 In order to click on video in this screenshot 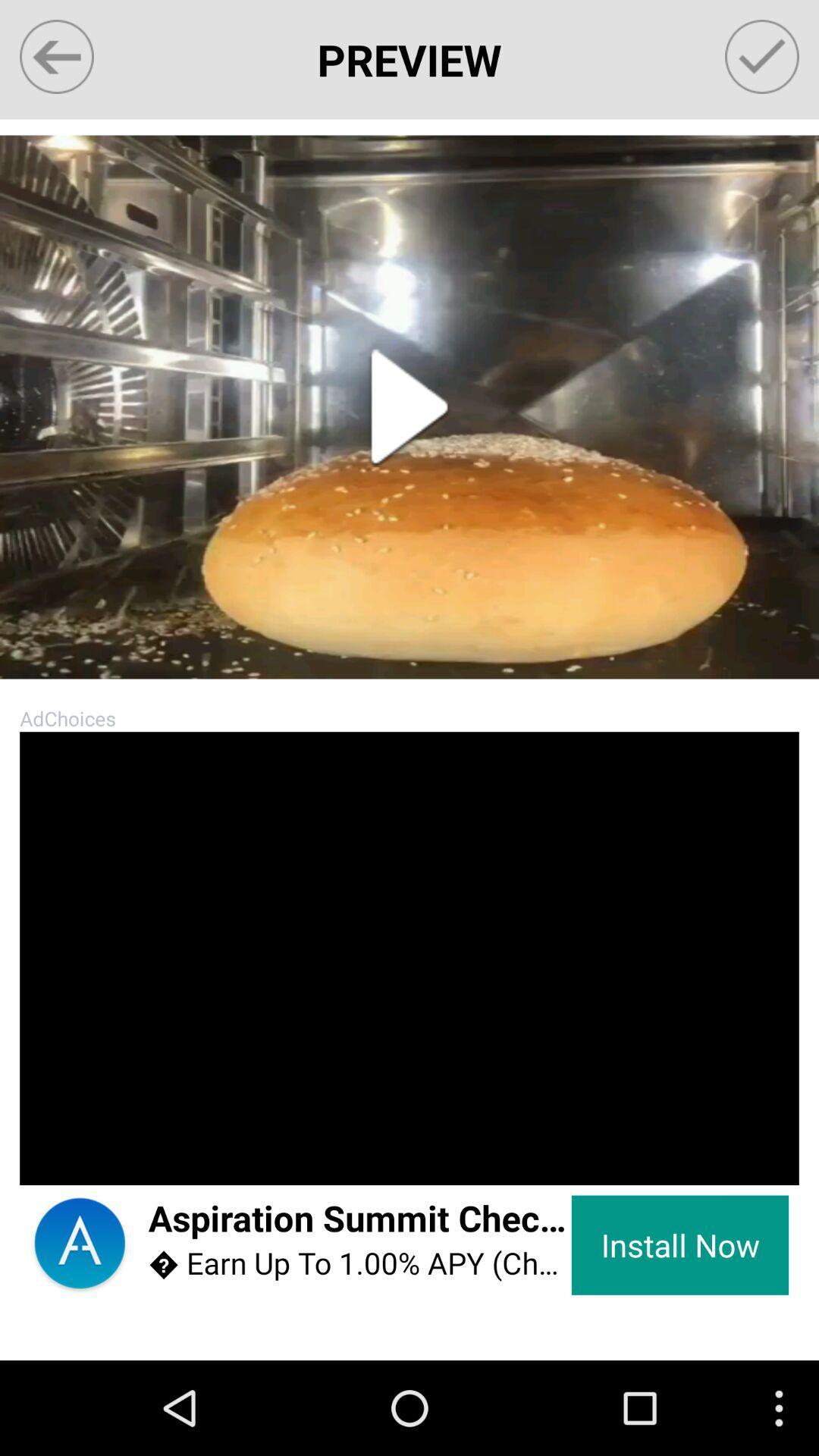, I will do `click(409, 407)`.